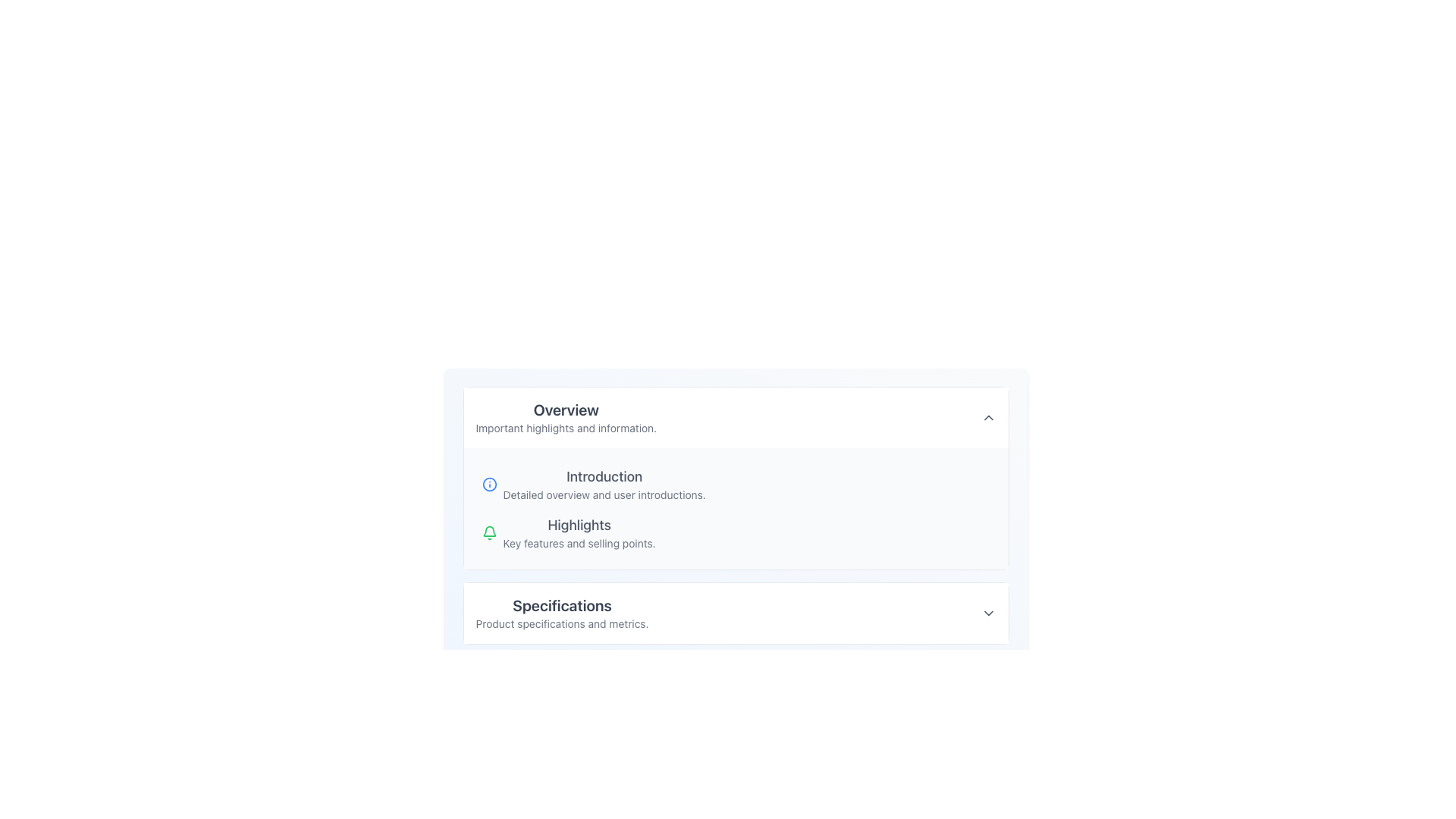 Image resolution: width=1456 pixels, height=819 pixels. I want to click on the informative marker icon positioned to the far left of the 'Introduction' section, preceding the title and description text, so click(489, 485).